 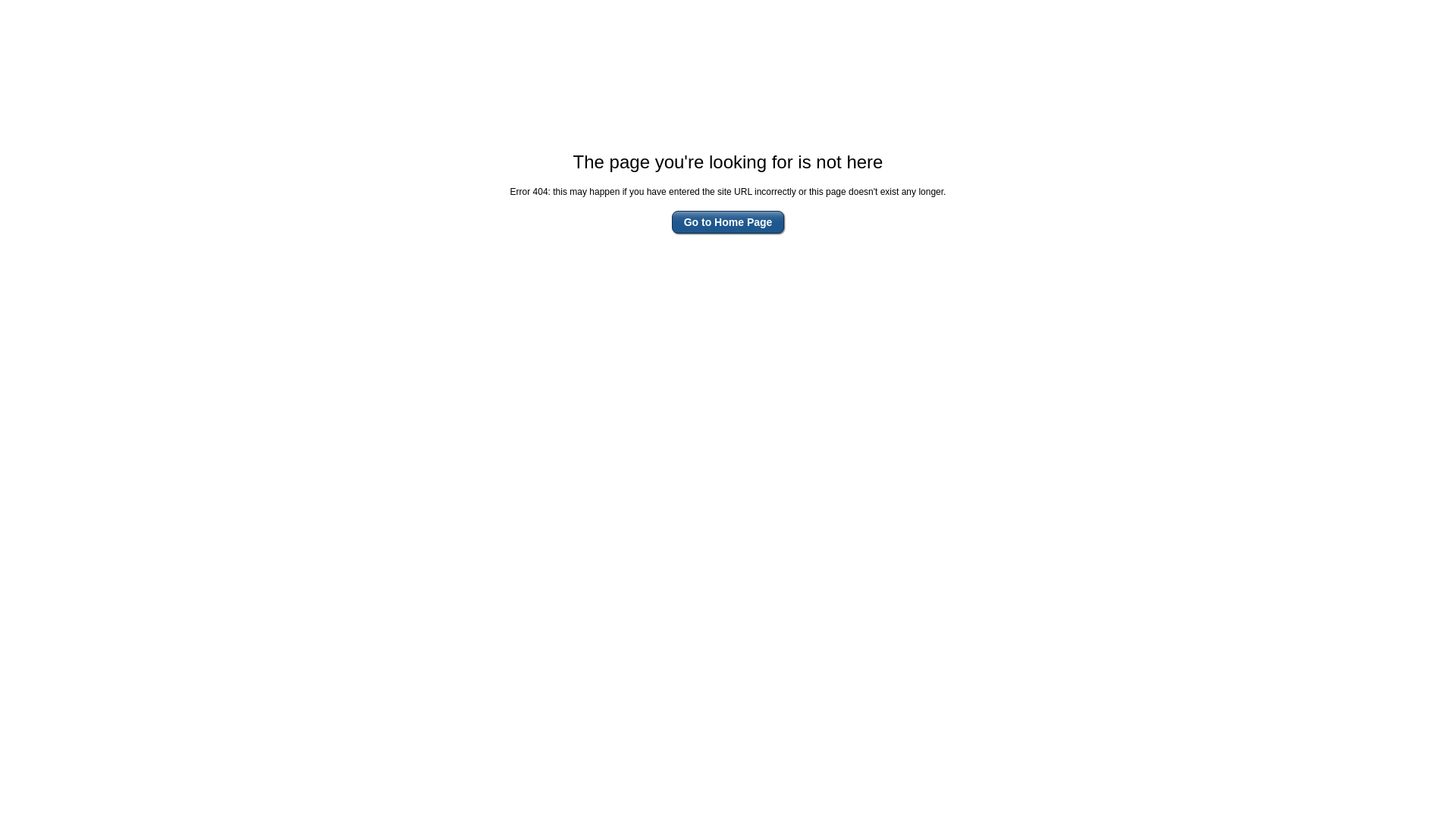 What do you see at coordinates (671, 222) in the screenshot?
I see `'Go to Home Page'` at bounding box center [671, 222].